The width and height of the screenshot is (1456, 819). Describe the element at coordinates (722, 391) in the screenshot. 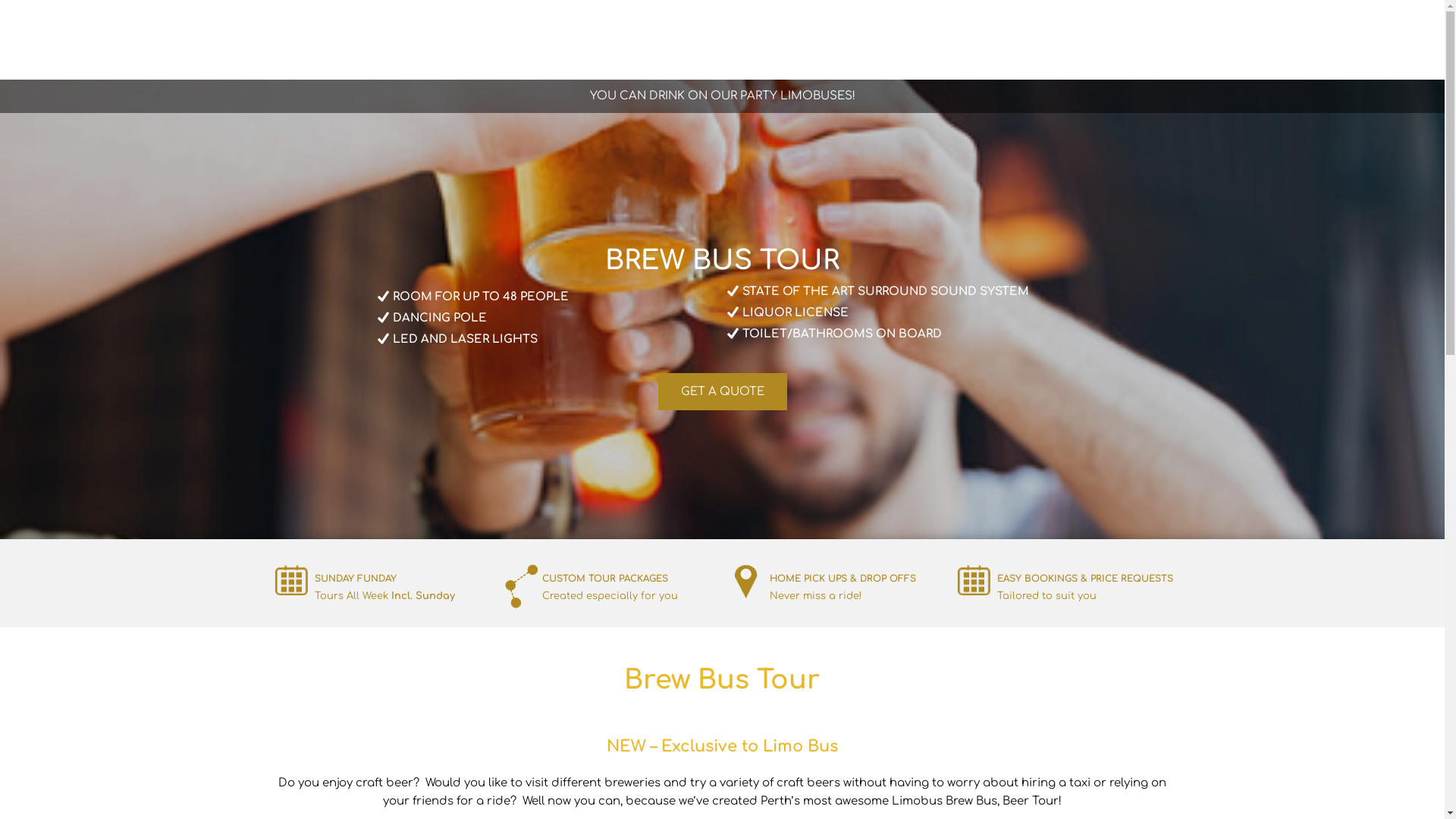

I see `'GET A QUOTE'` at that location.